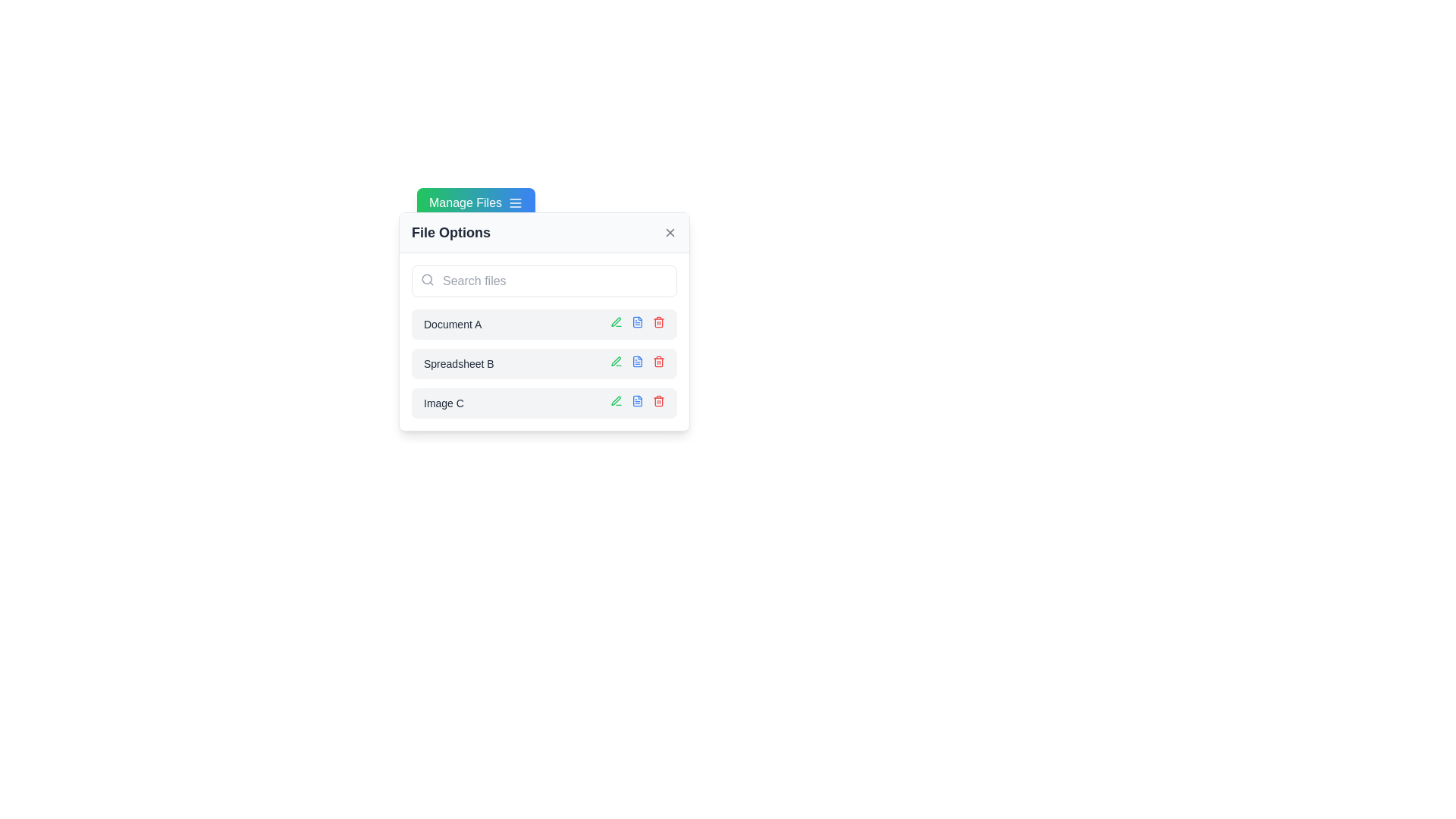 The image size is (1456, 819). I want to click on the first entry in the 'File Options' panel, which is a light gray labeled list item displaying 'Document A' with action buttons for view, edit, and delete, so click(544, 324).